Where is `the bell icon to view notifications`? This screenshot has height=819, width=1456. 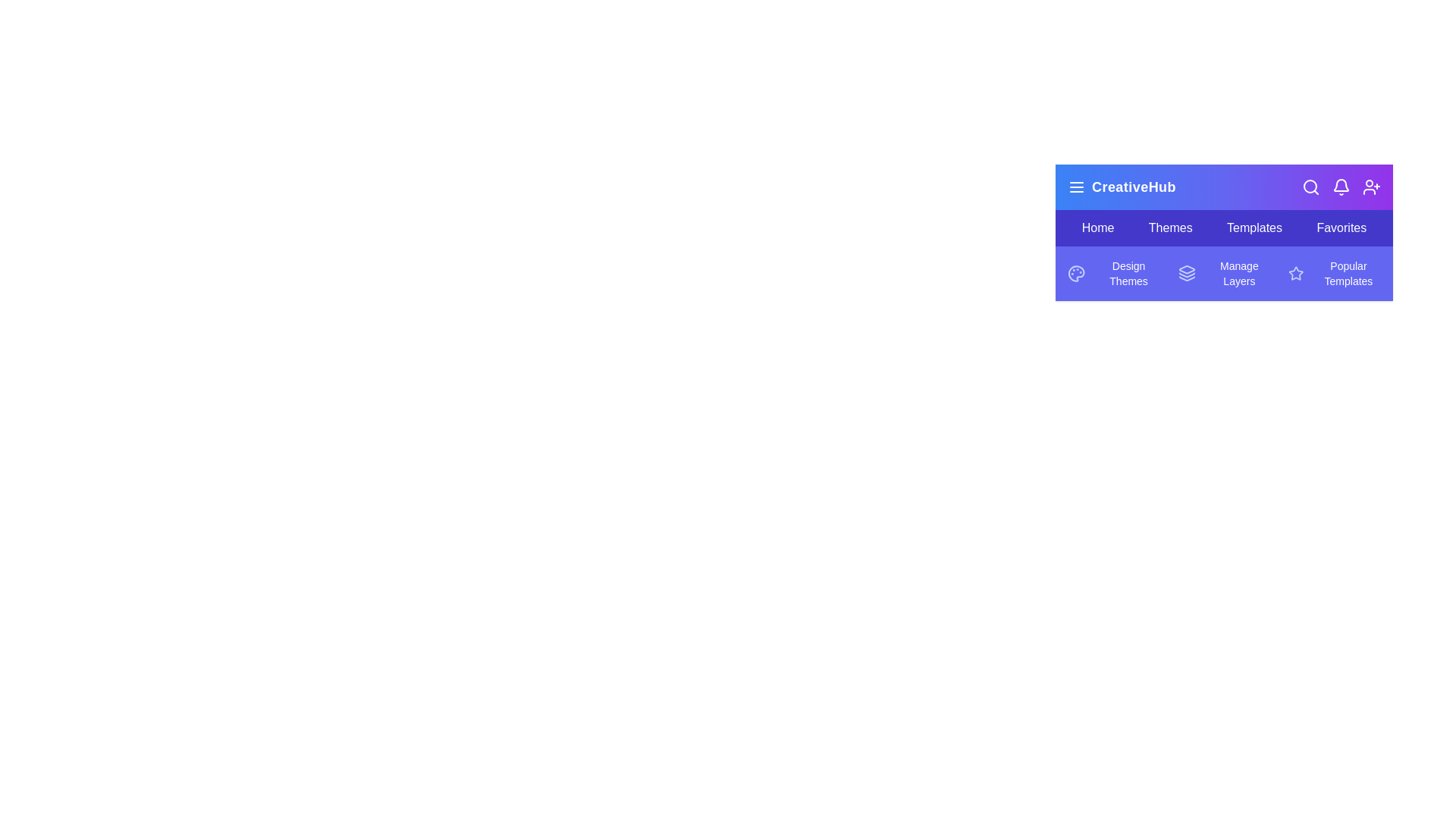 the bell icon to view notifications is located at coordinates (1341, 186).